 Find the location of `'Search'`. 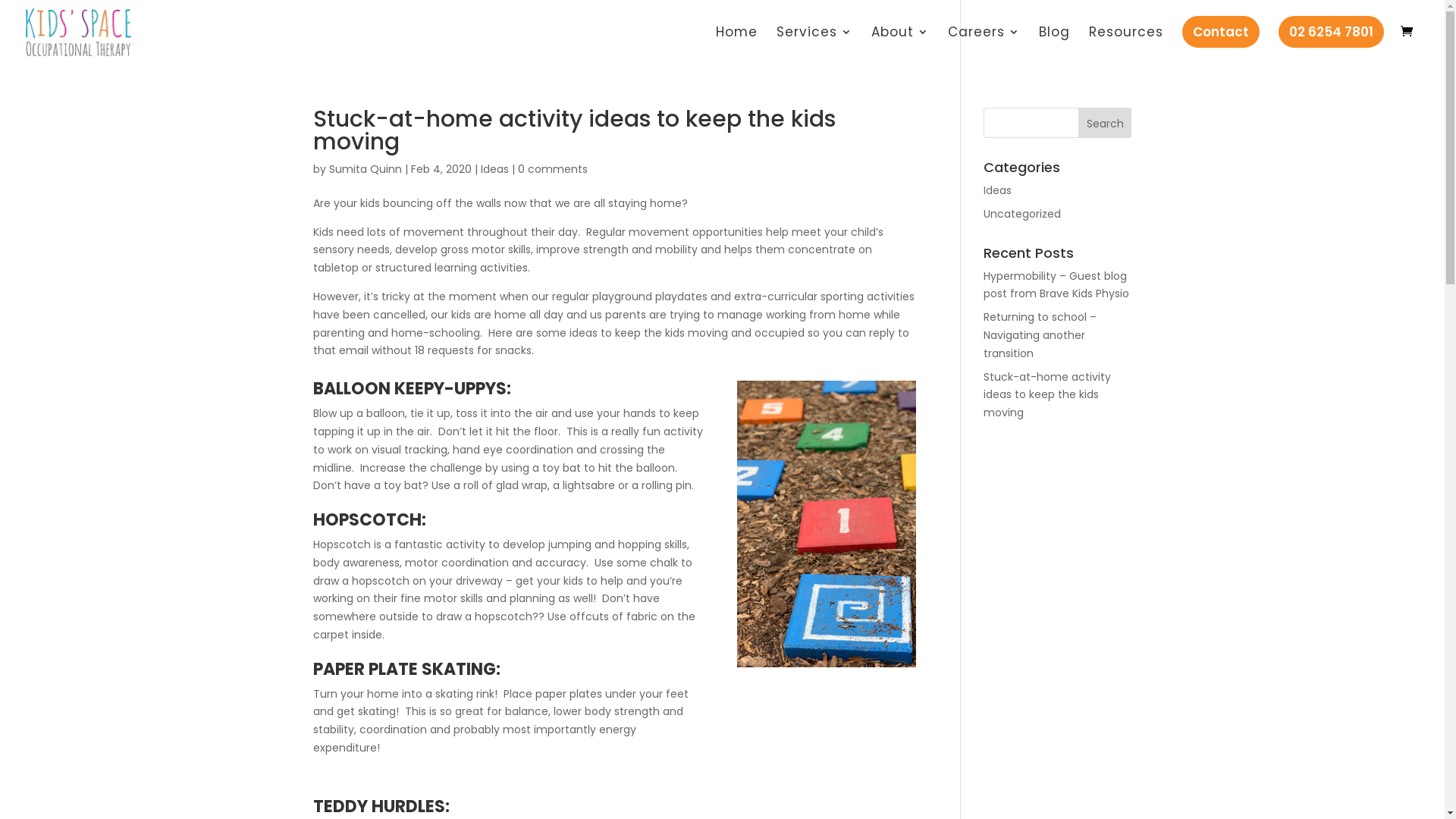

'Search' is located at coordinates (1105, 122).